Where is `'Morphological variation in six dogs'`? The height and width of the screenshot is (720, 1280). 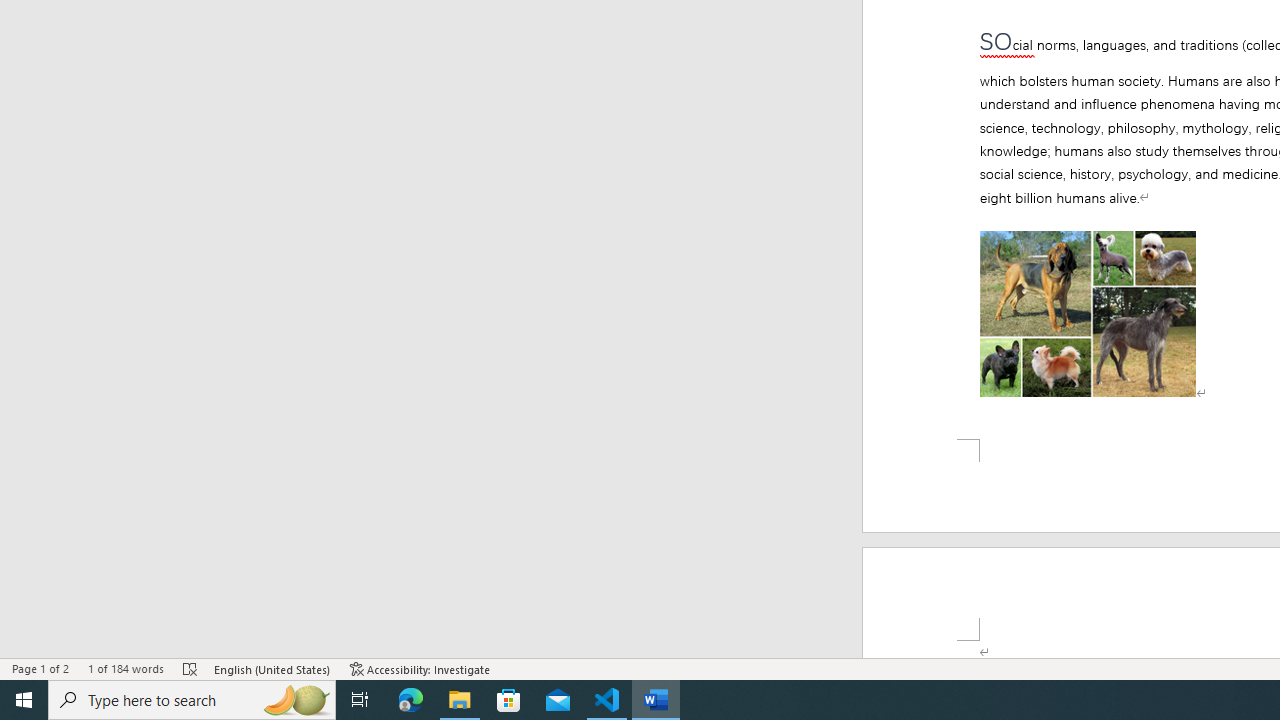 'Morphological variation in six dogs' is located at coordinates (1087, 313).